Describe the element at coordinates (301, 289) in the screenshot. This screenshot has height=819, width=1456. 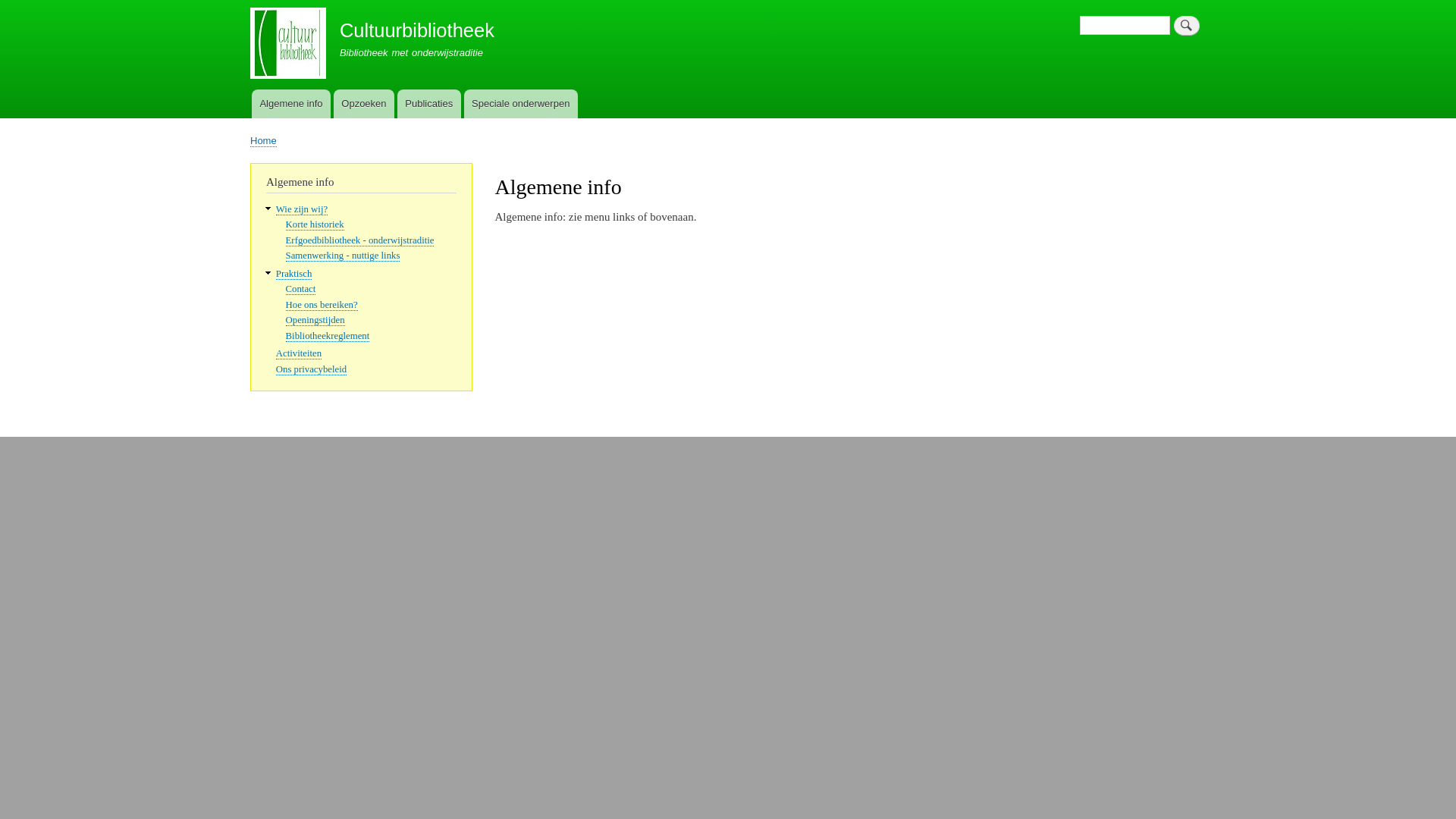
I see `'Contact'` at that location.